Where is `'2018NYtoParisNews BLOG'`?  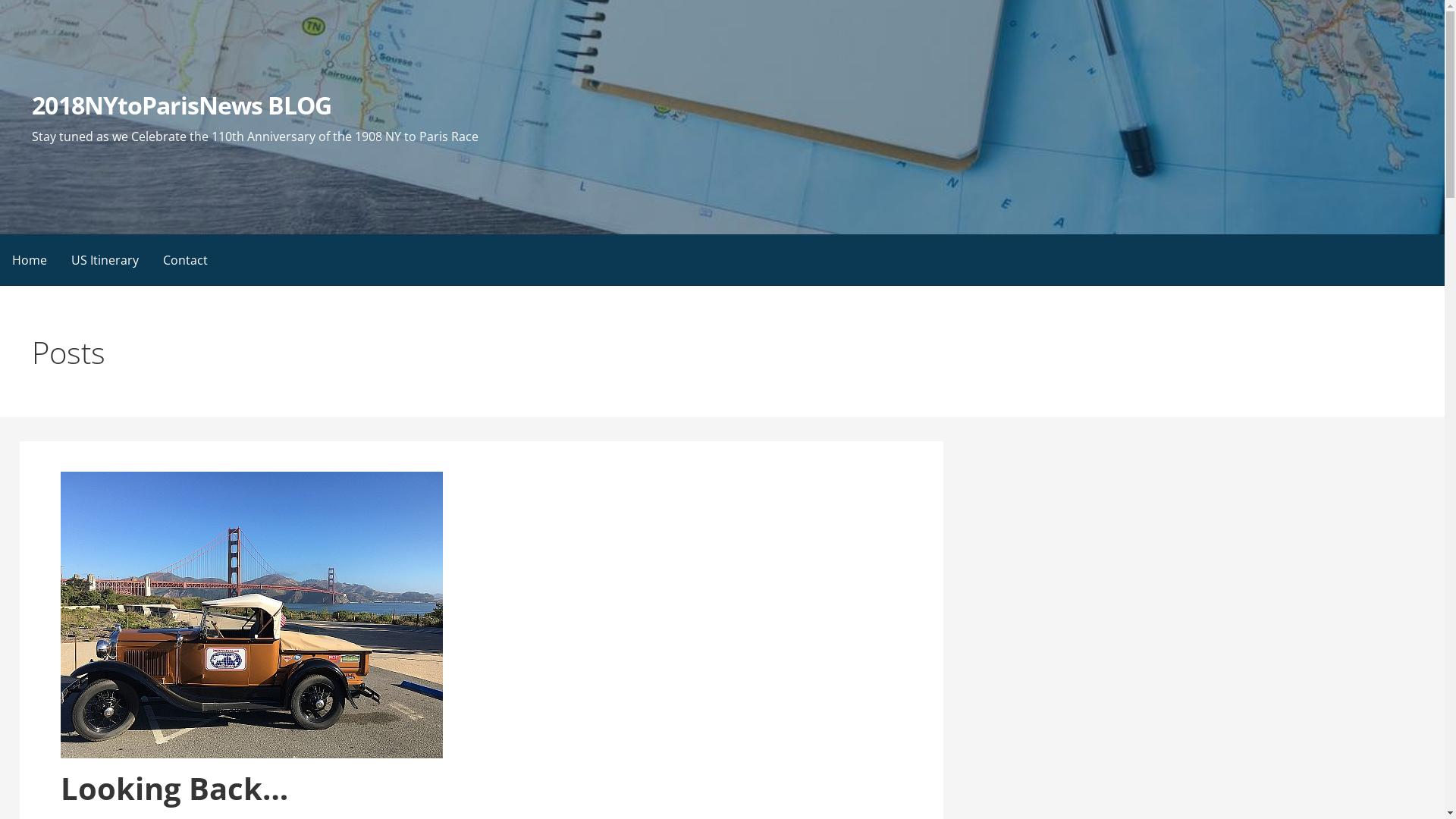
'2018NYtoParisNews BLOG' is located at coordinates (181, 104).